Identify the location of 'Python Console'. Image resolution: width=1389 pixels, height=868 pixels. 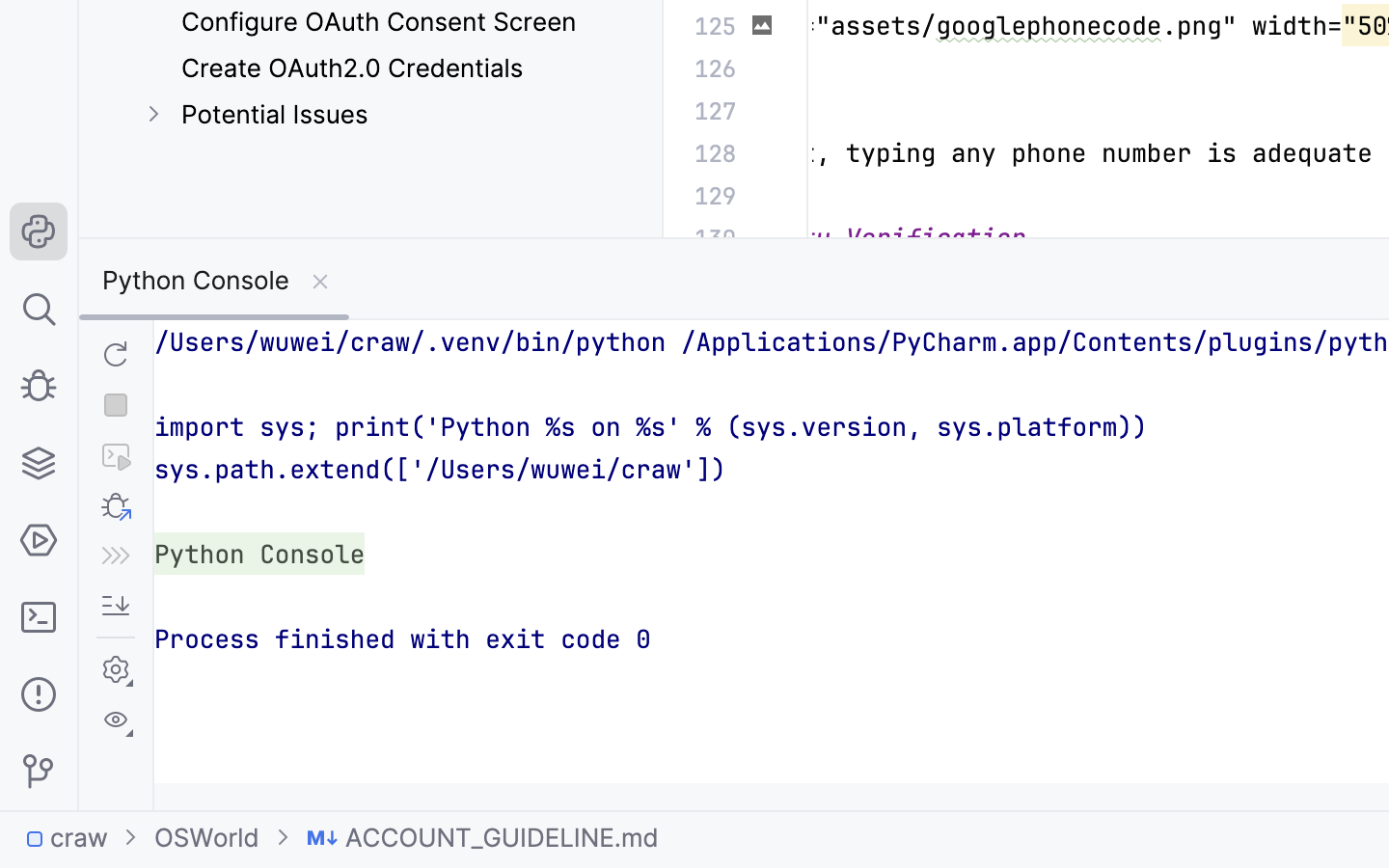
(214, 278).